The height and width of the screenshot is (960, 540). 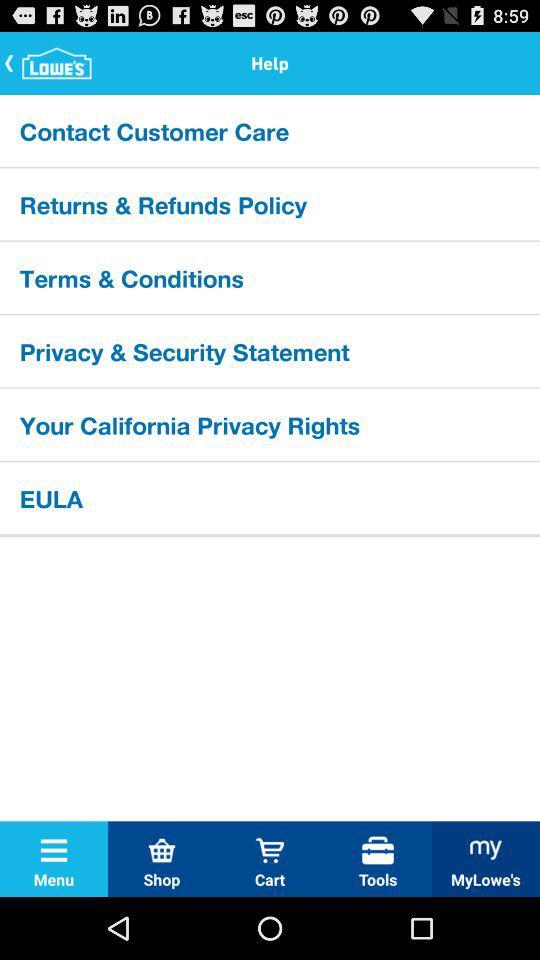 What do you see at coordinates (270, 496) in the screenshot?
I see `eula item` at bounding box center [270, 496].